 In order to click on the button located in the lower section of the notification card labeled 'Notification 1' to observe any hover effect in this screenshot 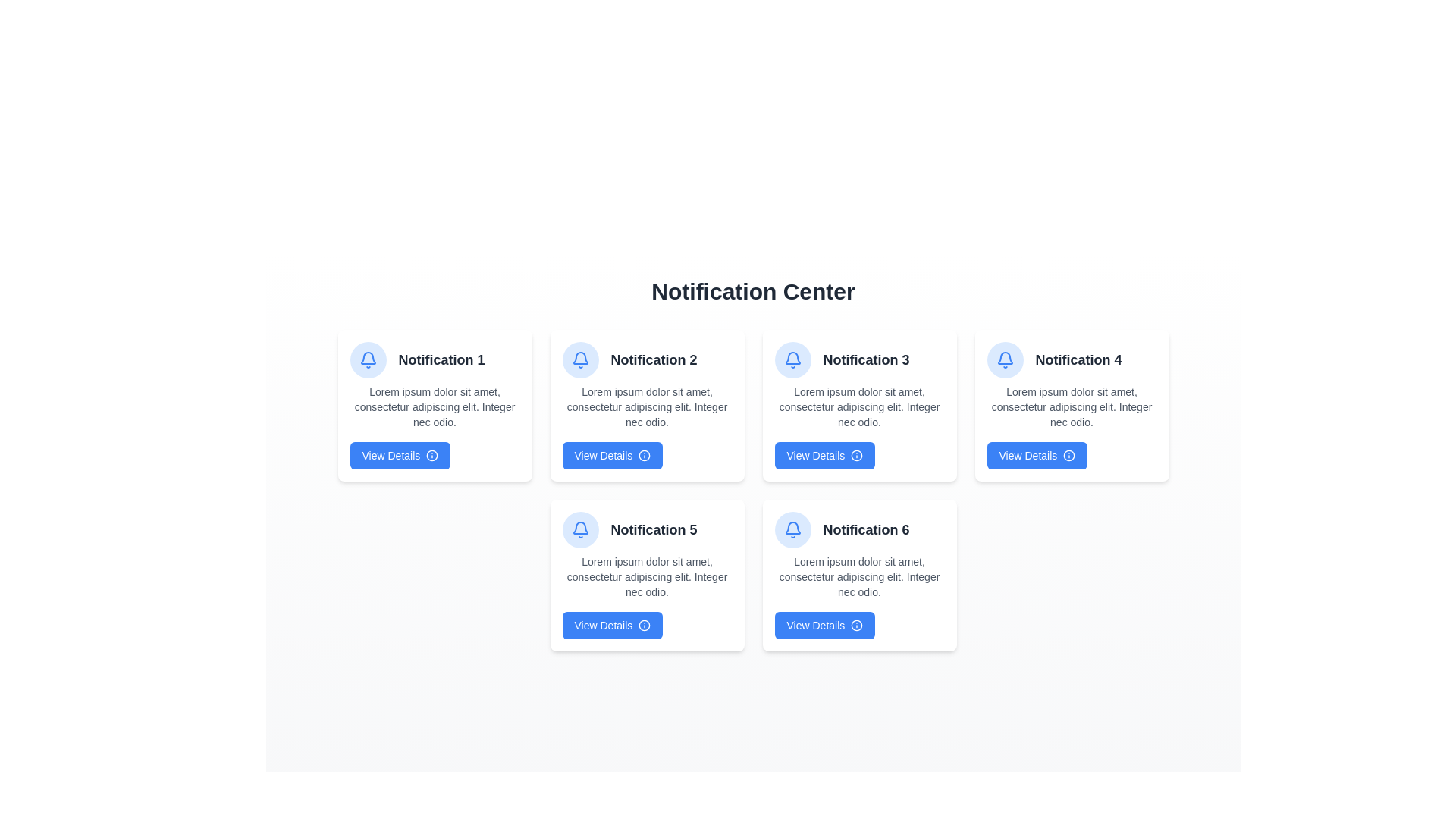, I will do `click(400, 455)`.